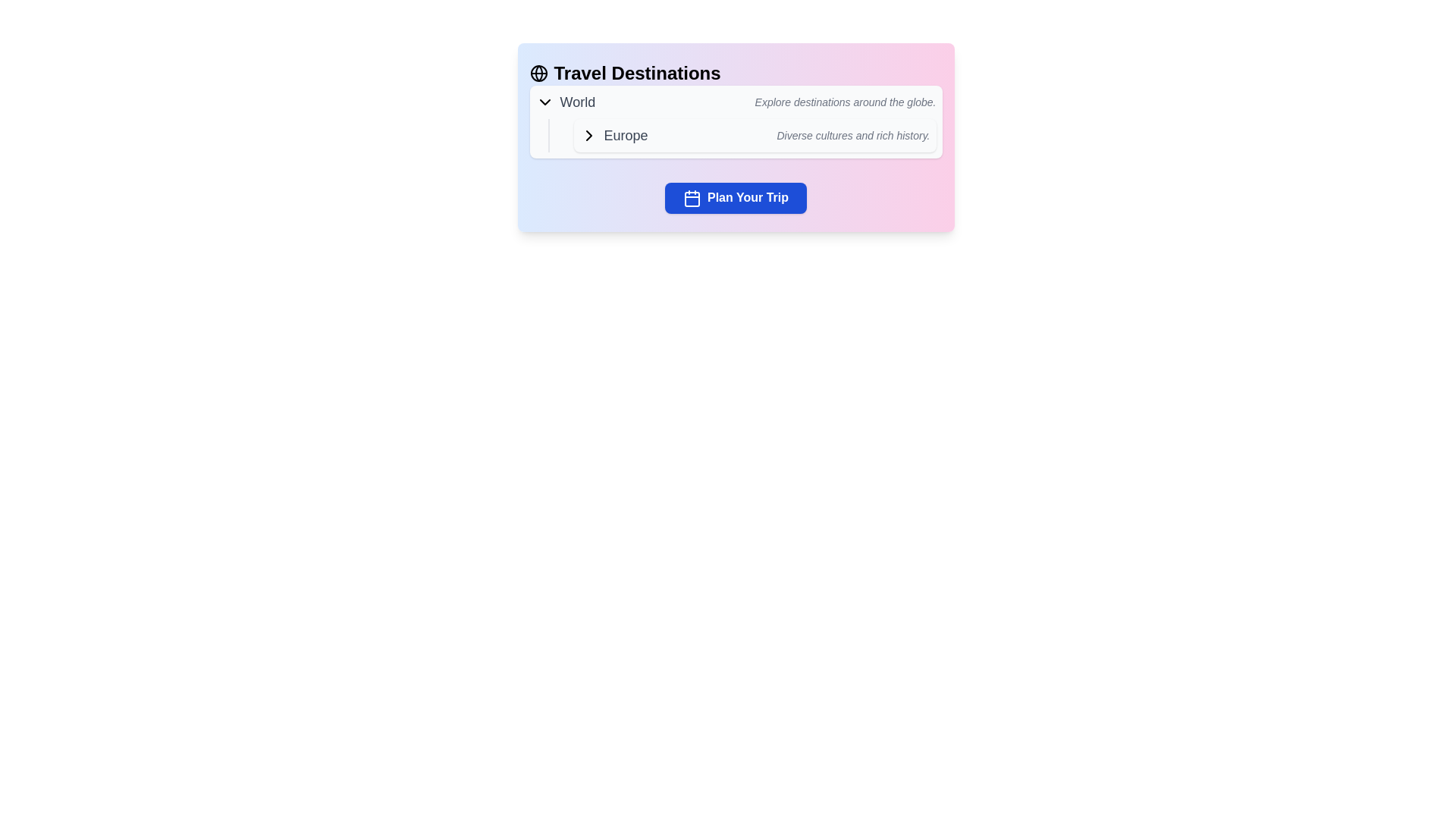 This screenshot has width=1456, height=819. What do you see at coordinates (588, 134) in the screenshot?
I see `the directional indicator icon located to the right of the 'Europe' label` at bounding box center [588, 134].